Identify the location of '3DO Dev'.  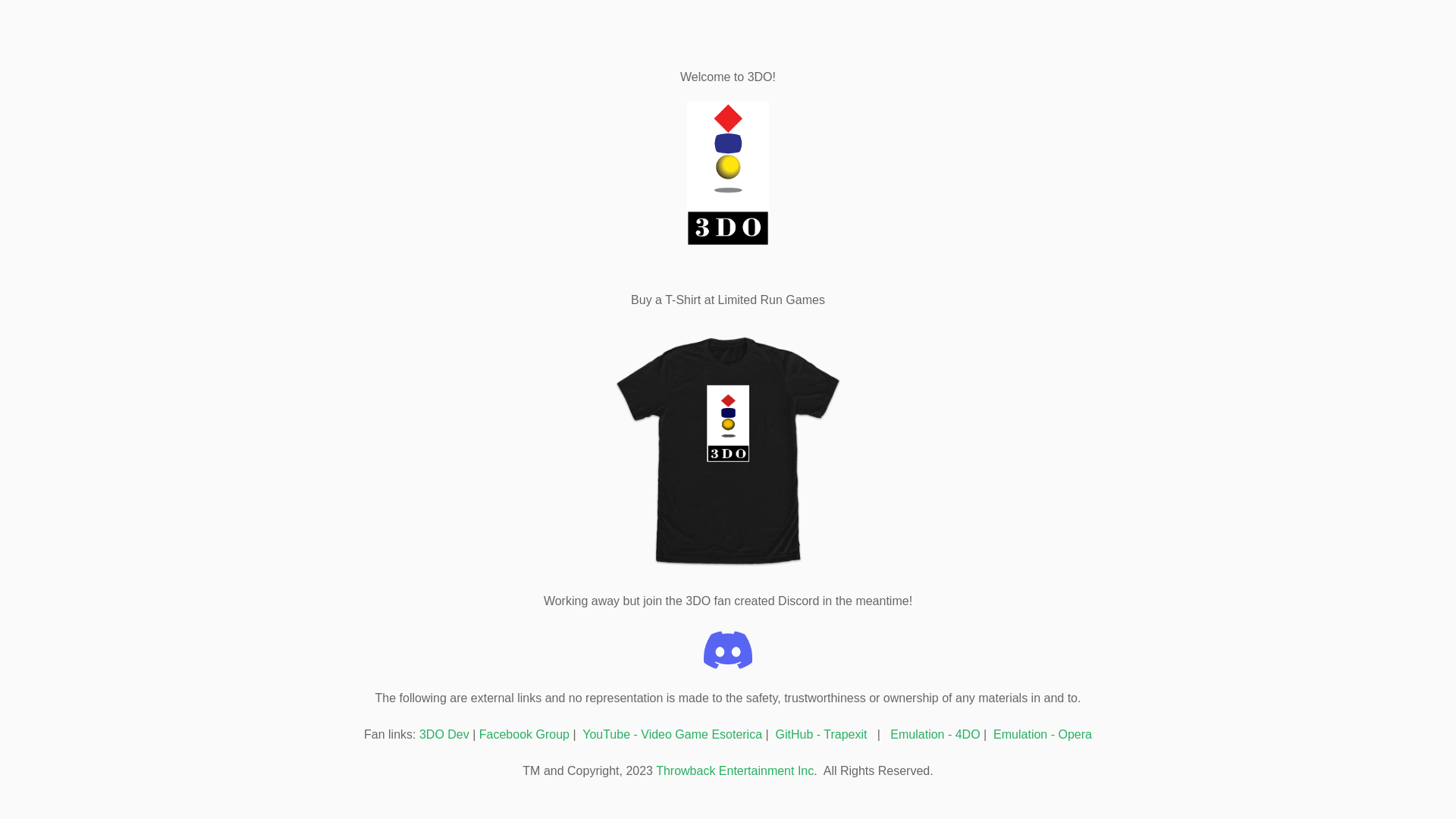
(443, 733).